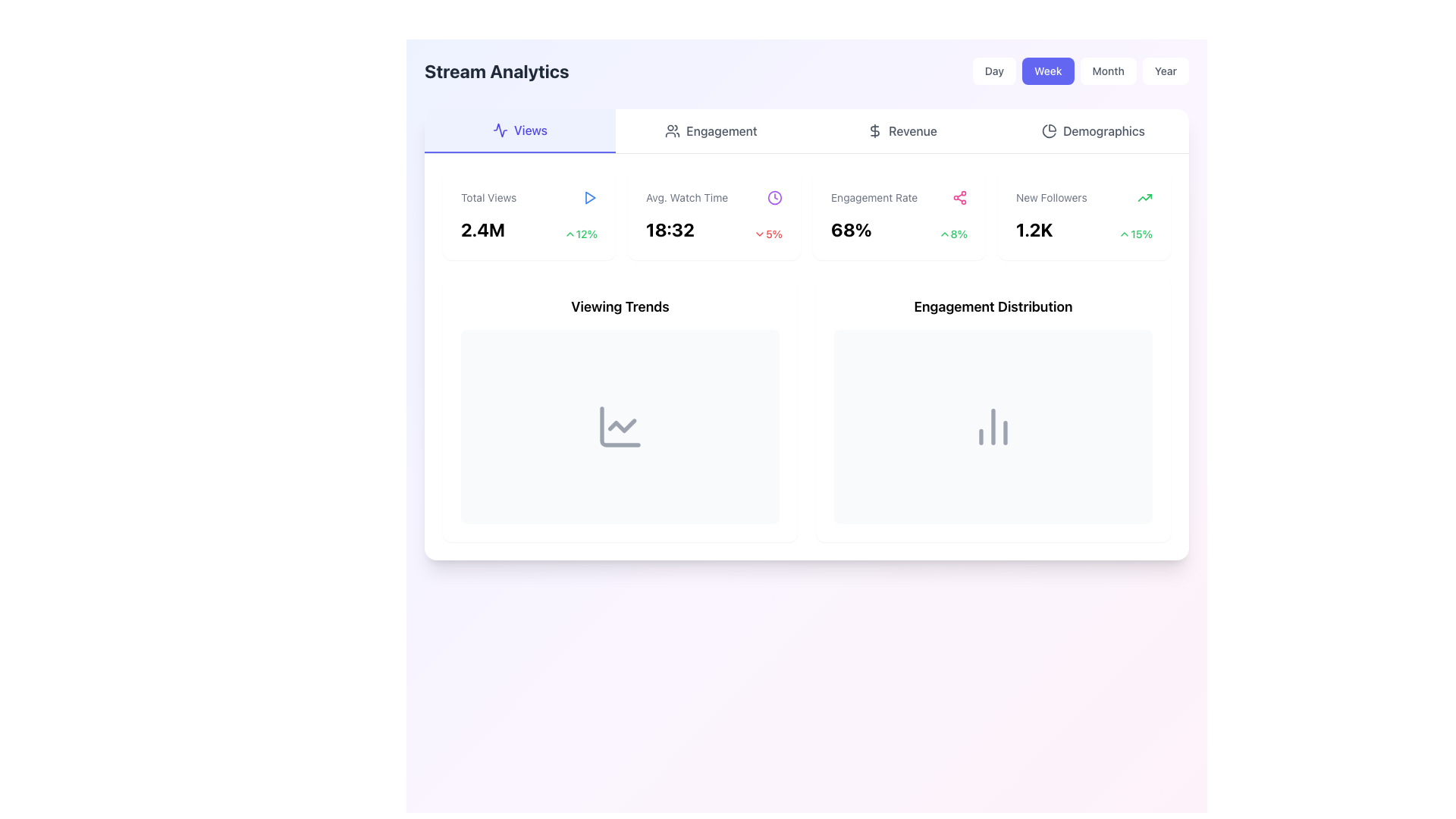 The image size is (1456, 819). I want to click on the text label displaying '12%' in green font, located in the top section of the interface under the 'Views' tab, right of the upward arrow icon, so click(585, 234).